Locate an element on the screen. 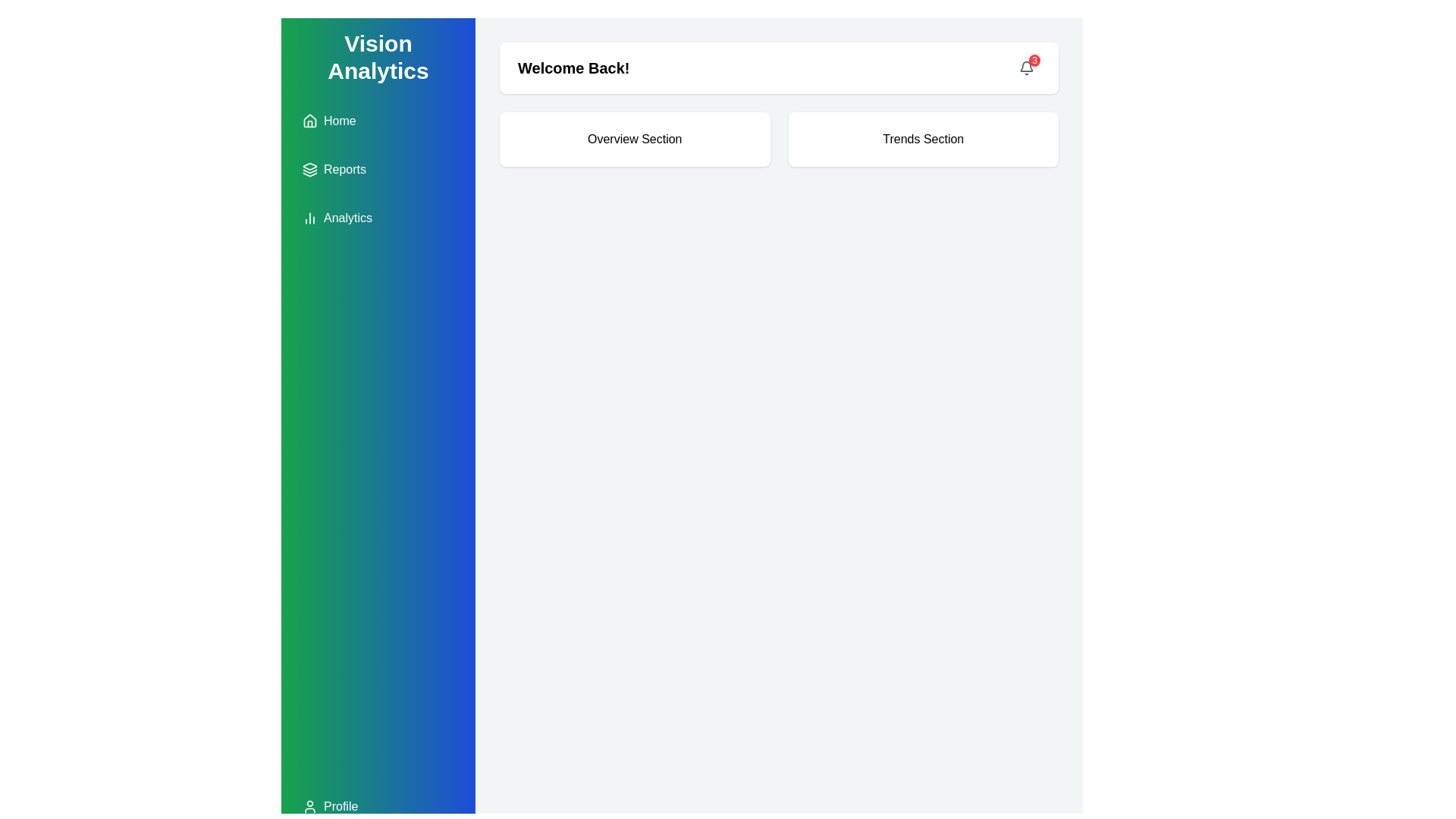  the navigation button located in the sidebar that redirects to the home page, which is the first item above the 'Reports' and 'Analytics' buttons is located at coordinates (378, 120).